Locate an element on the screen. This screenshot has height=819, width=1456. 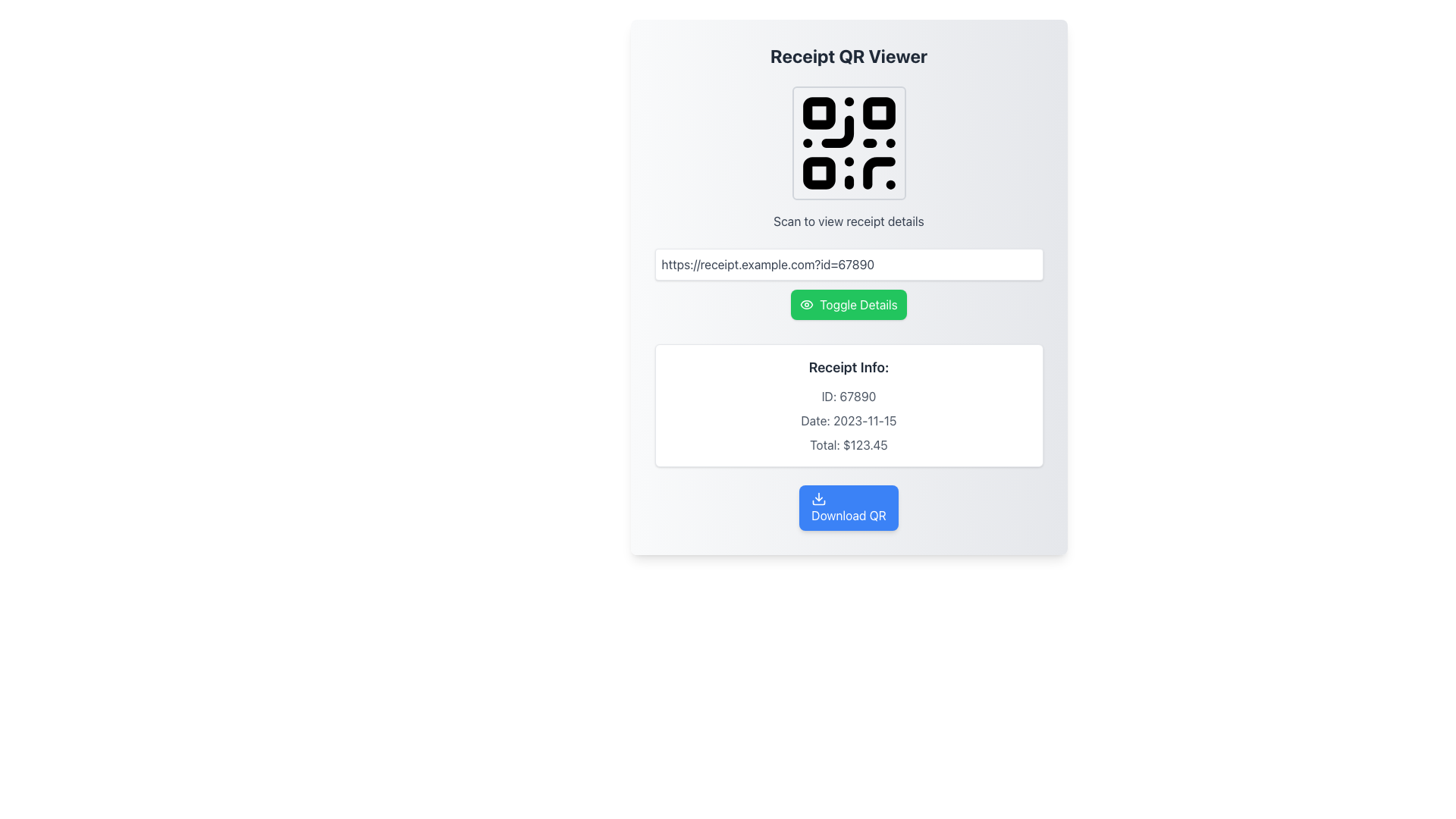
the Static Text element displaying the total amount due, formatted as 'Total: $123.45', which is located centrally at the bottom of the receipt information section is located at coordinates (848, 444).